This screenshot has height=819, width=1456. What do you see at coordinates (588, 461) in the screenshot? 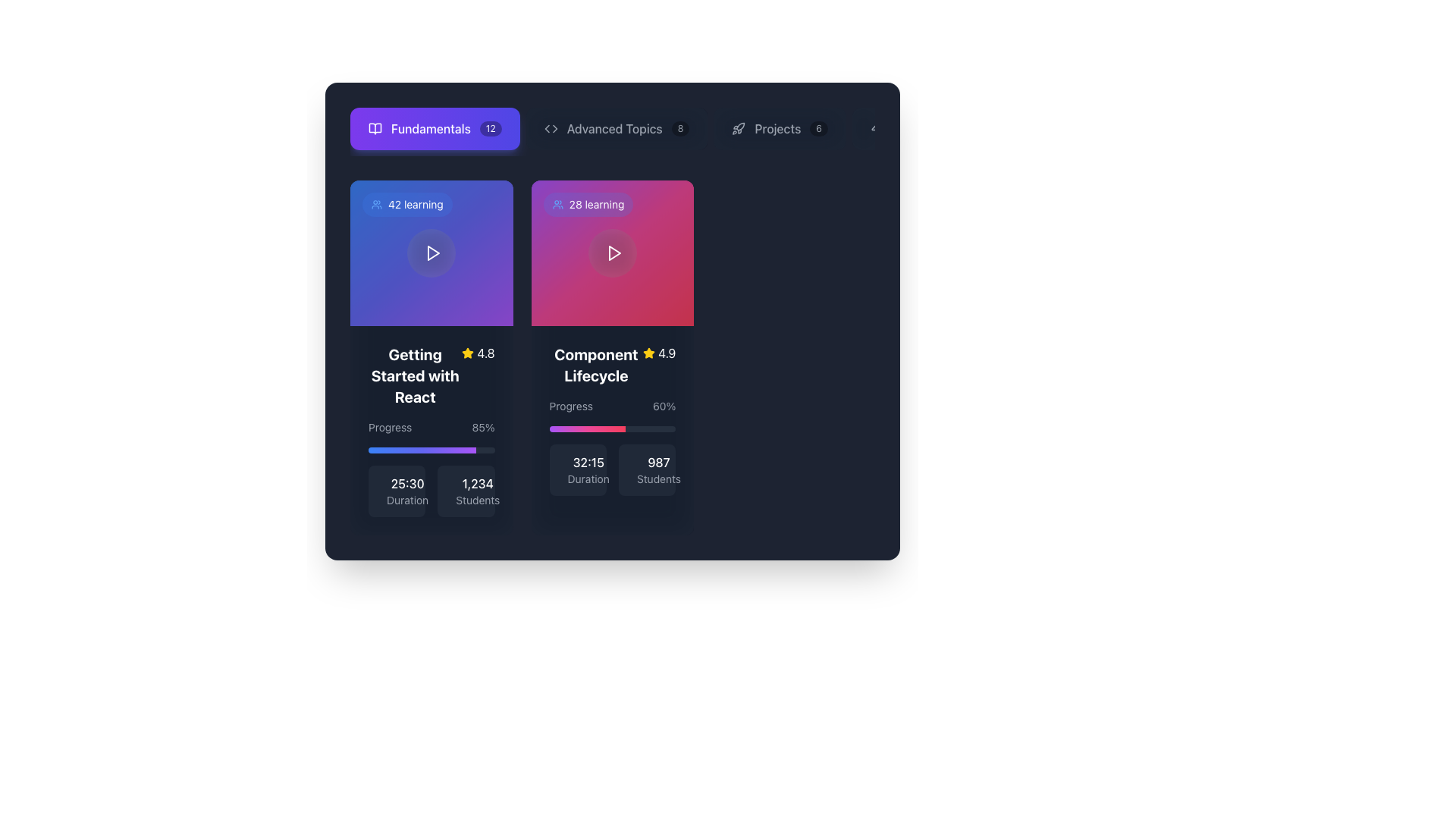
I see `the Label displaying '32:15' which is styled in white font and is located within the 'Component Lifecycle' card in the second column of the grid layout` at bounding box center [588, 461].